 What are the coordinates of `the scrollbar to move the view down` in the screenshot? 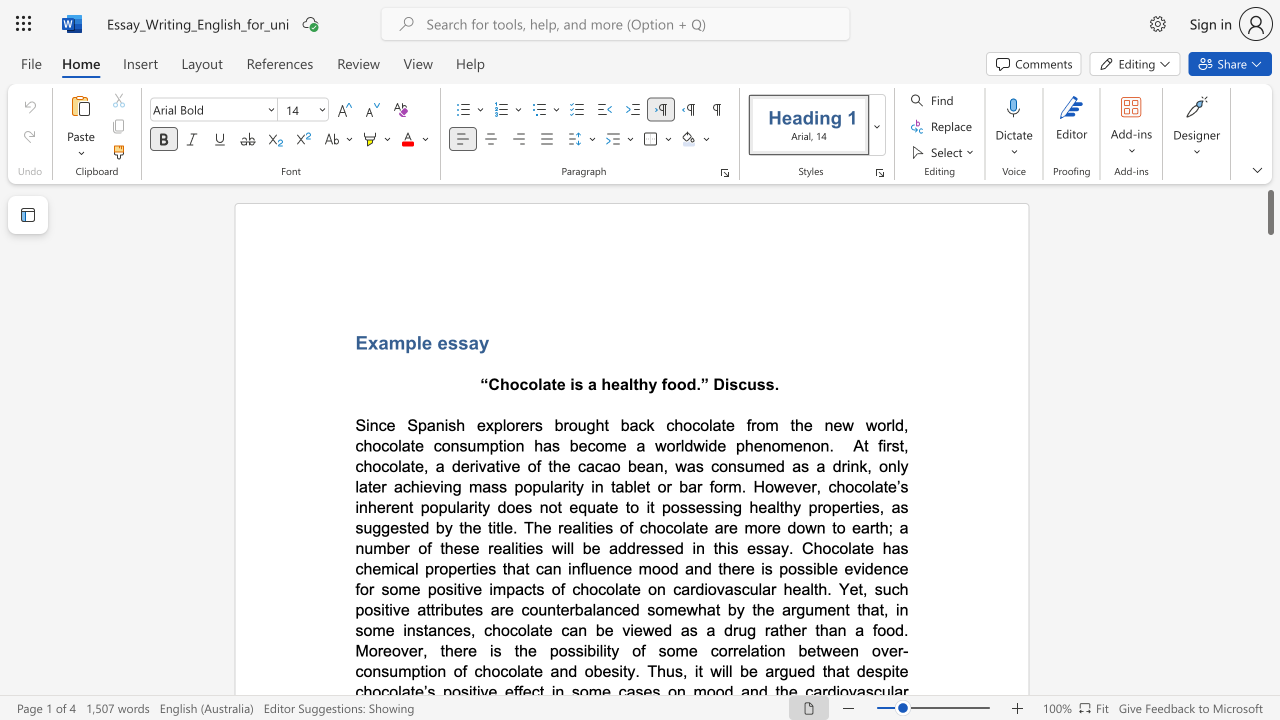 It's located at (1269, 248).